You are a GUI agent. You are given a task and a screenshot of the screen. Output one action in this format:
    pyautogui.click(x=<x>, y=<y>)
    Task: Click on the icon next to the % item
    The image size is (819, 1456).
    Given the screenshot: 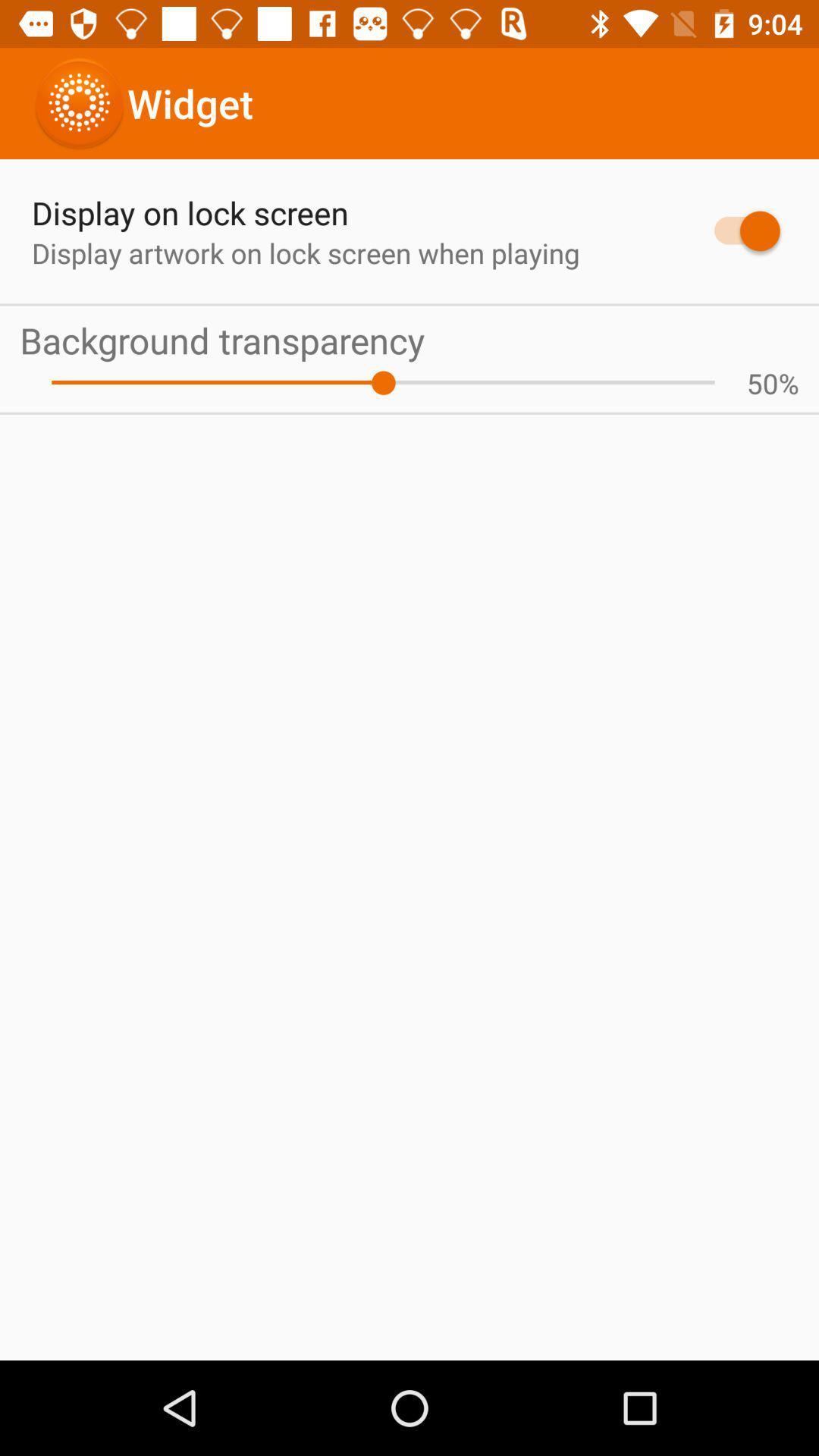 What is the action you would take?
    pyautogui.click(x=762, y=383)
    